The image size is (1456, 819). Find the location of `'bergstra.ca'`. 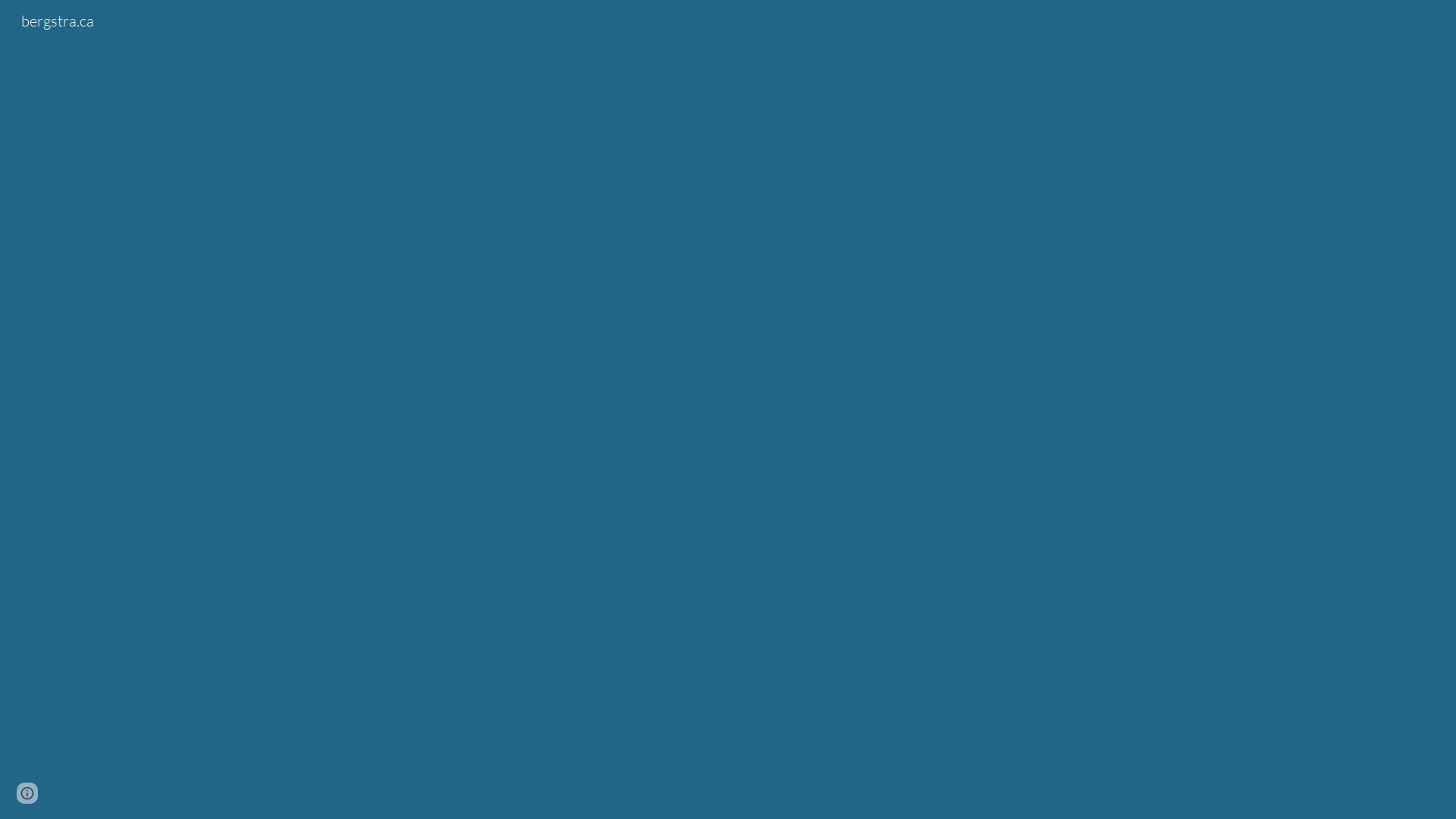

'bergstra.ca' is located at coordinates (58, 19).